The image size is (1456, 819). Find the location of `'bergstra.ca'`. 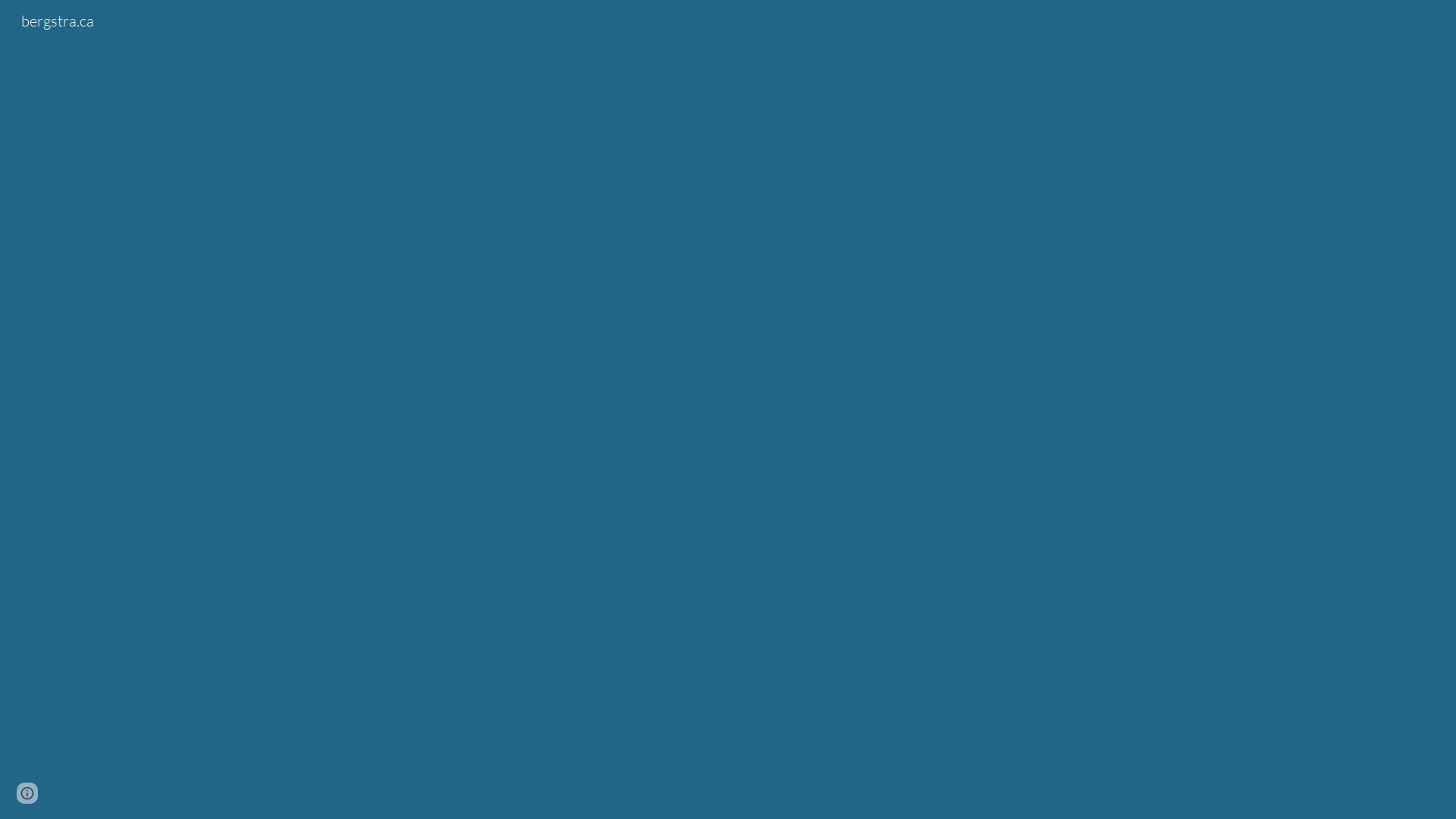

'bergstra.ca' is located at coordinates (58, 19).